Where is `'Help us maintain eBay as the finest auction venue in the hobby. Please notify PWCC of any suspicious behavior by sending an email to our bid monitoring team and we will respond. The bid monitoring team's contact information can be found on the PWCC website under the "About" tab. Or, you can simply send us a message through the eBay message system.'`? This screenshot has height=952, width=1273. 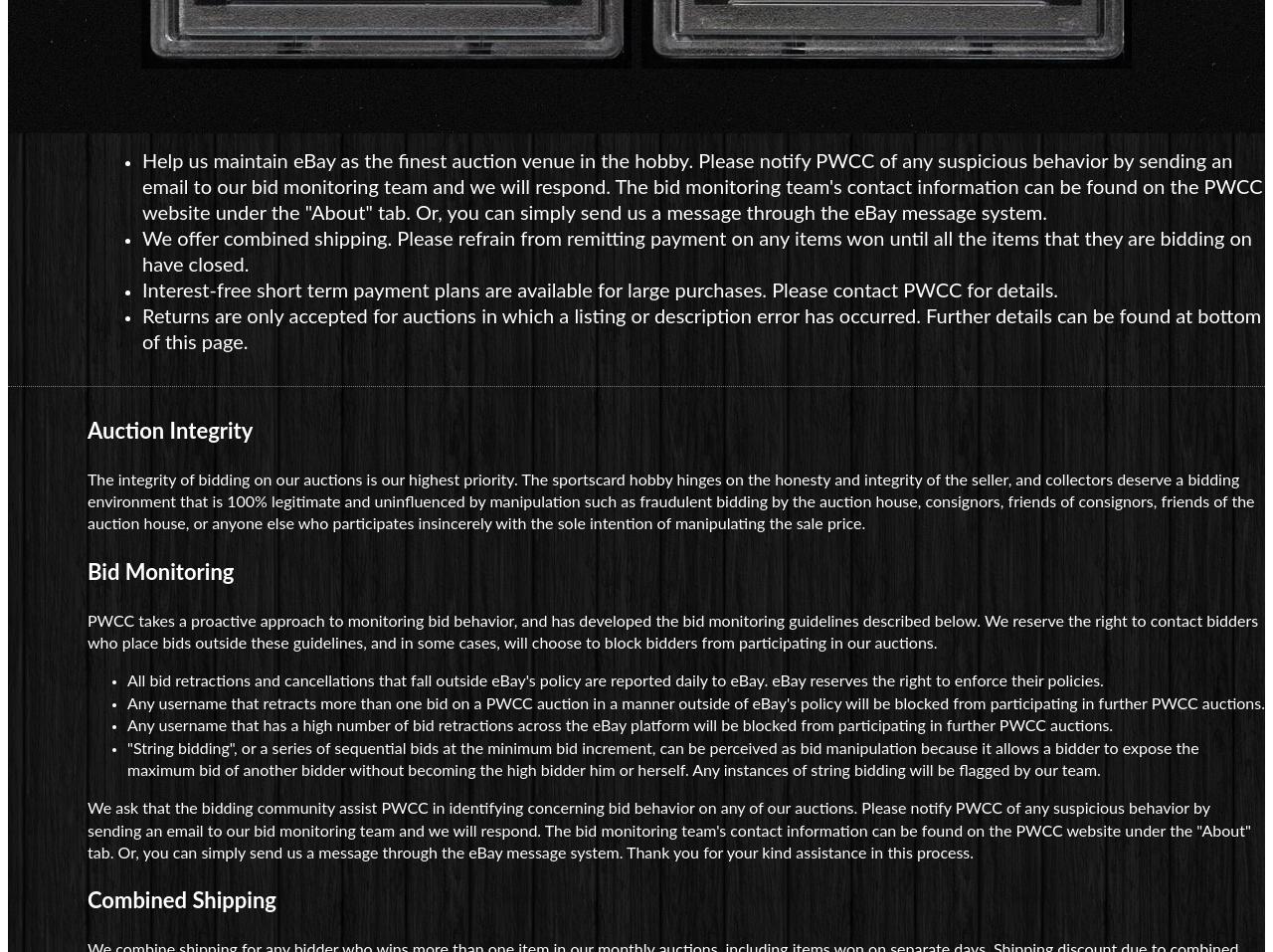
'Help us maintain eBay as the finest auction venue in the hobby. Please notify PWCC of any suspicious behavior by sending an email to our bid monitoring team and we will respond. The bid monitoring team's contact information can be found on the PWCC website under the "About" tab. Or, you can simply send us a message through the eBay message system.' is located at coordinates (702, 186).